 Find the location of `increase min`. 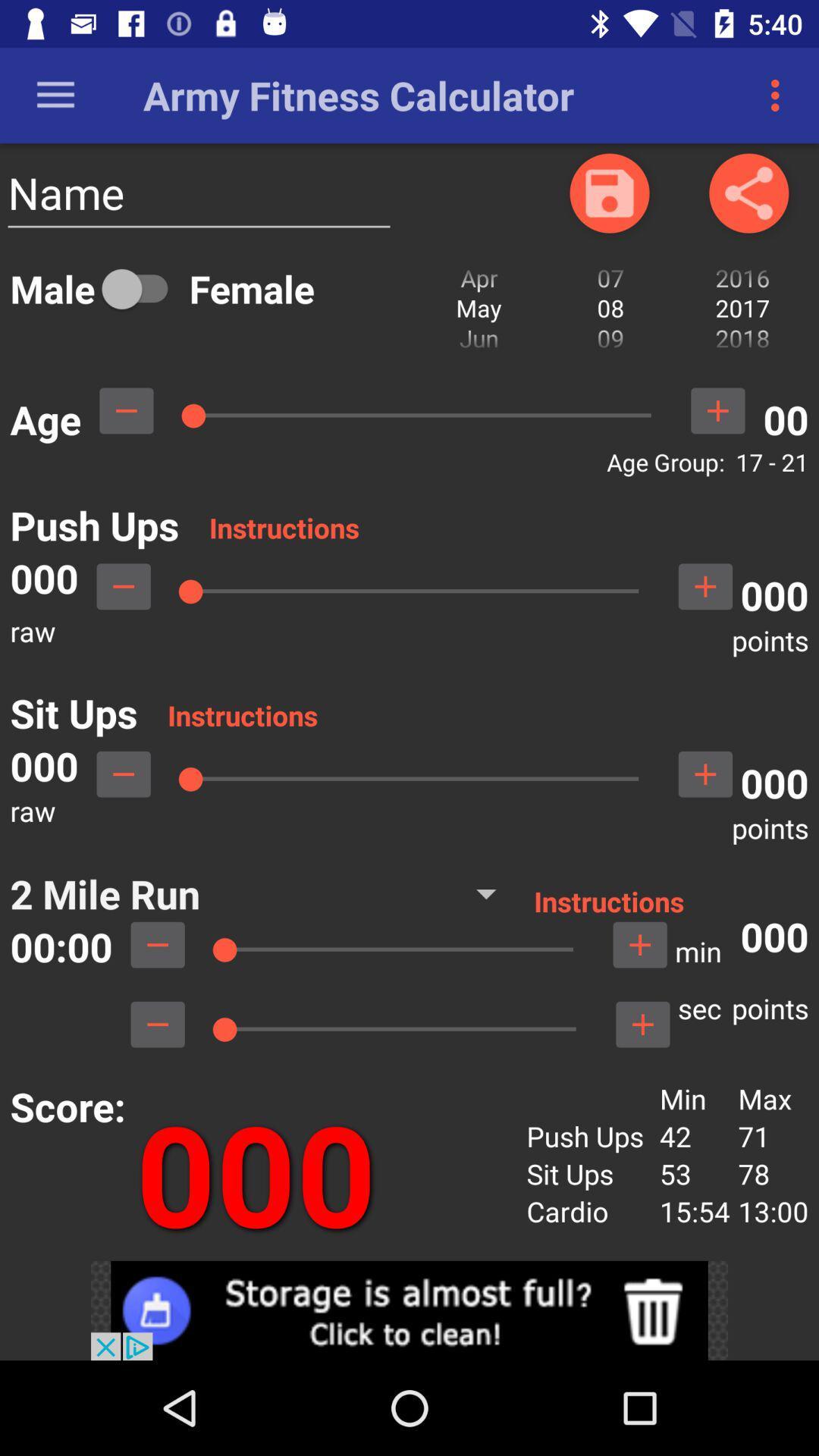

increase min is located at coordinates (640, 944).